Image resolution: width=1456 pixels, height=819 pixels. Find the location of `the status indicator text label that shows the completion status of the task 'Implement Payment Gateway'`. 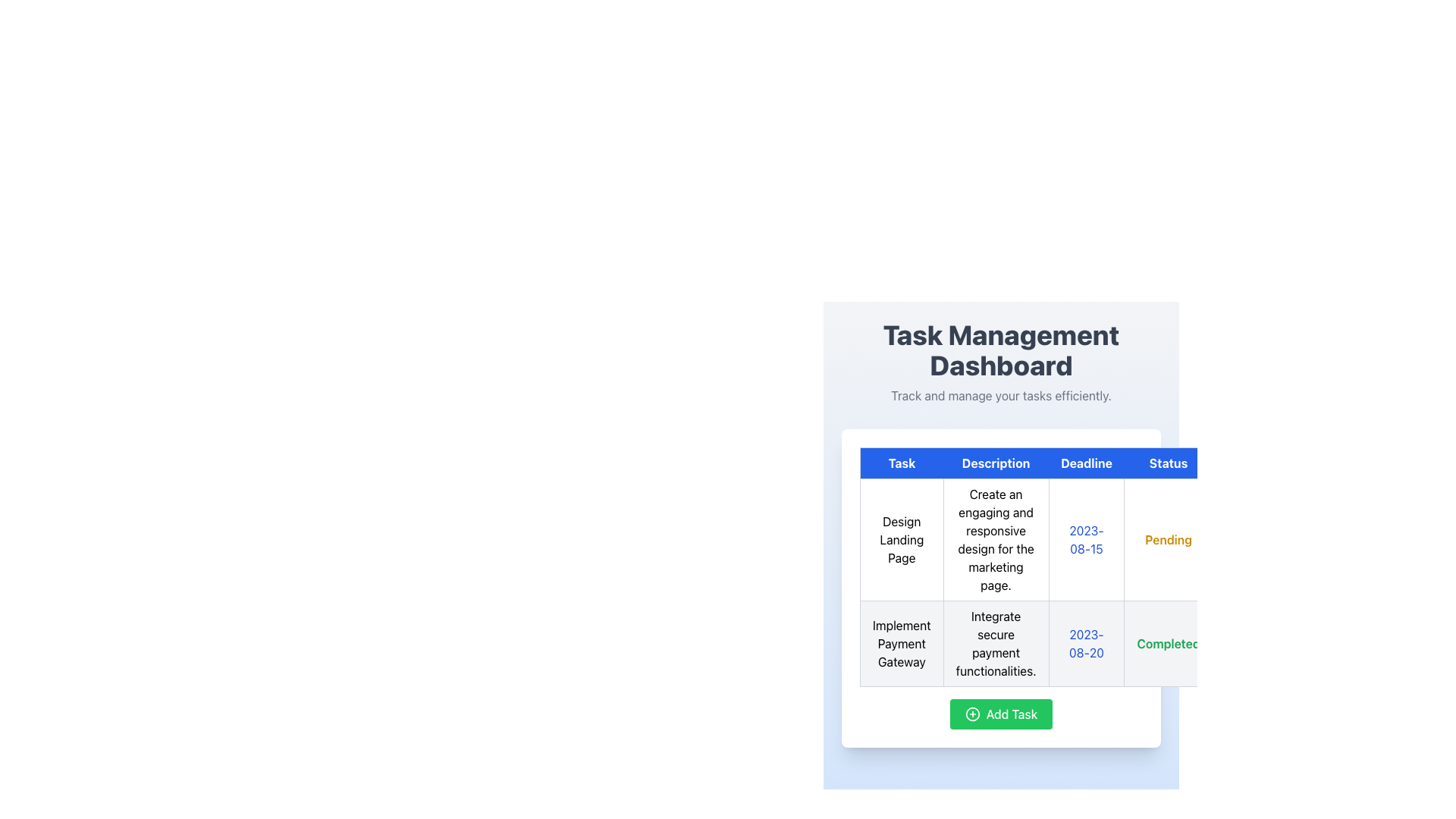

the status indicator text label that shows the completion status of the task 'Implement Payment Gateway' is located at coordinates (1168, 643).